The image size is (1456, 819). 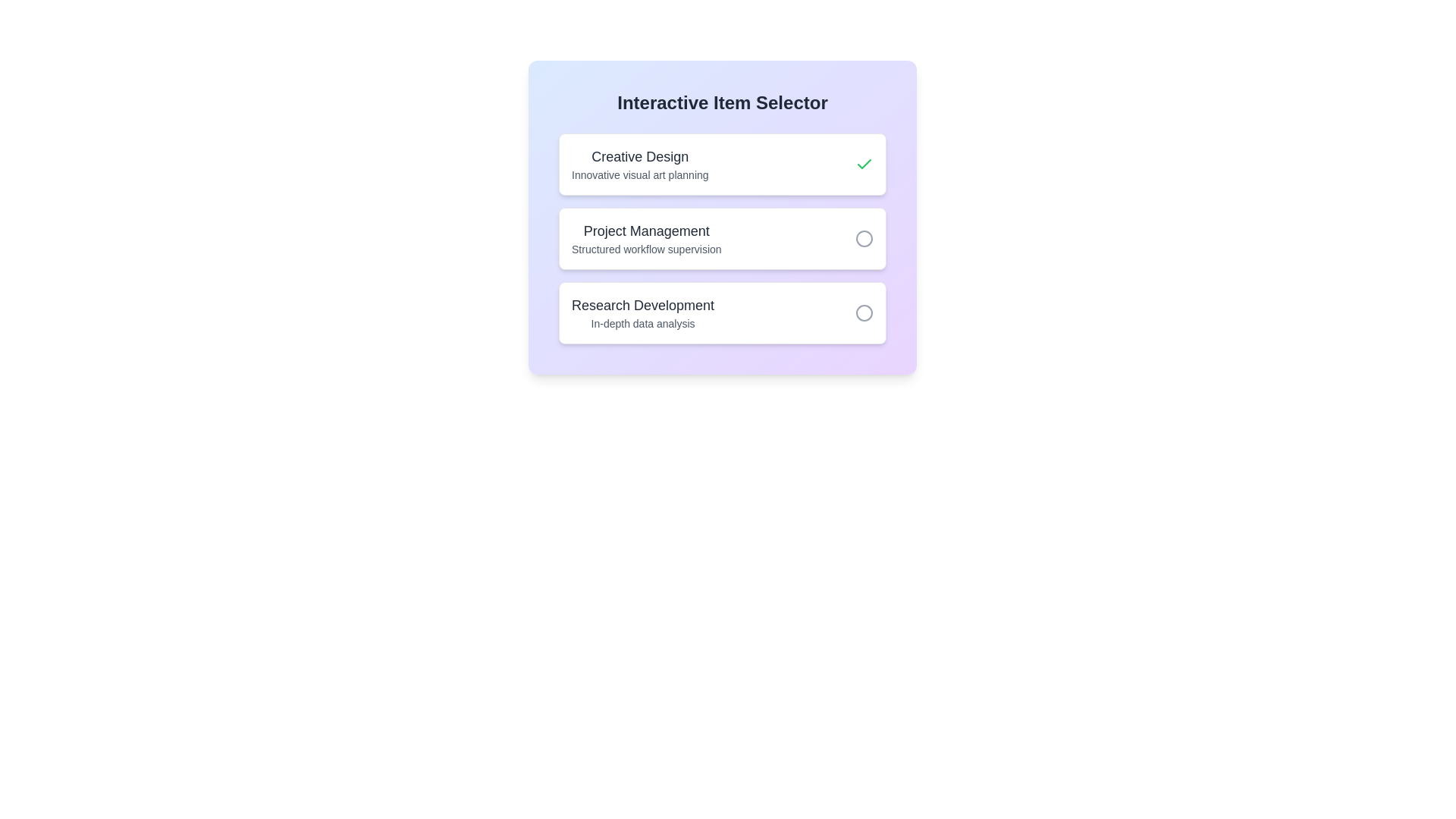 I want to click on the item Project Management by clicking its toggle button, so click(x=864, y=239).